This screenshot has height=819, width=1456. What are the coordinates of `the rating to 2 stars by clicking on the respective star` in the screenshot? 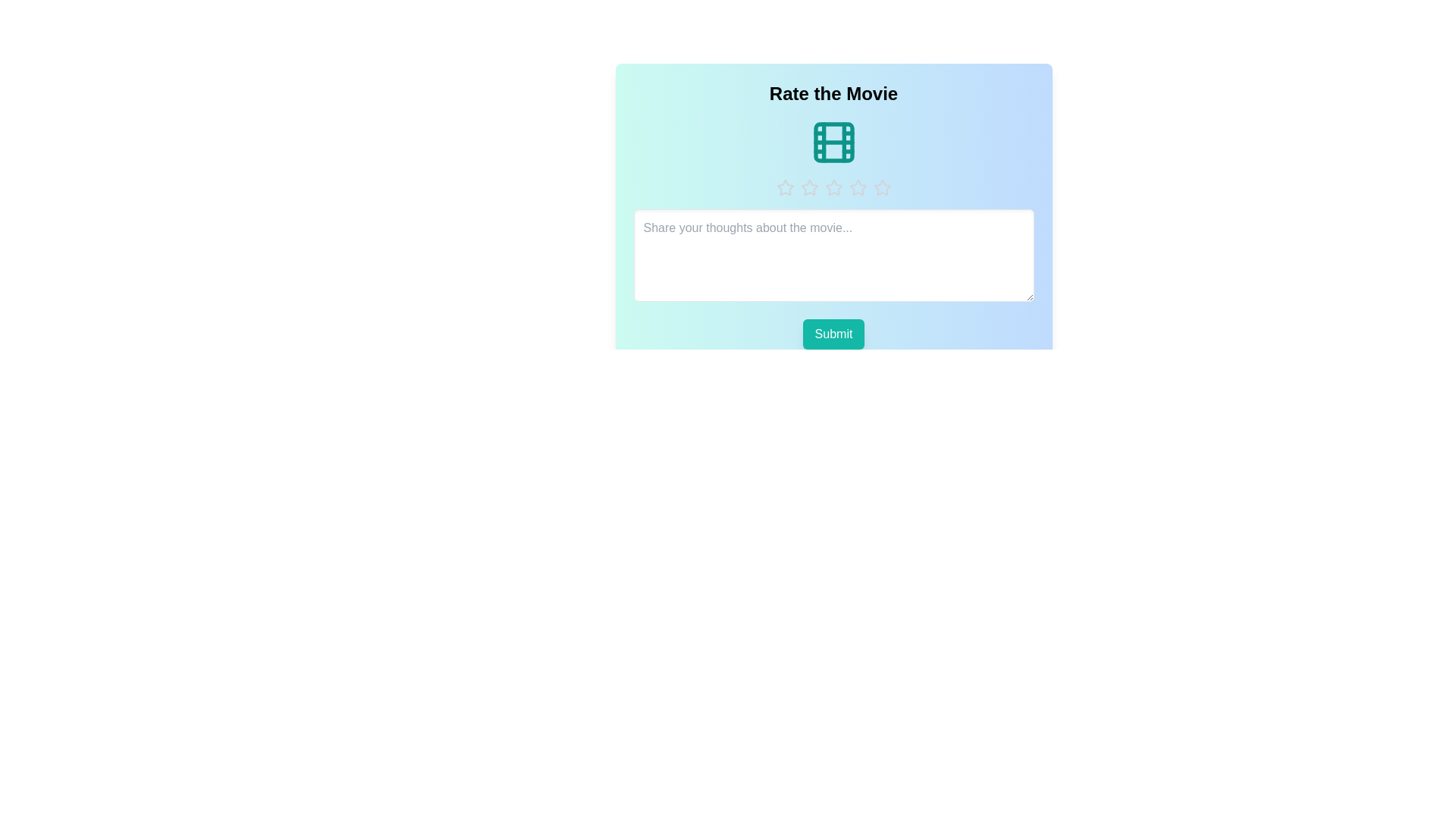 It's located at (808, 187).